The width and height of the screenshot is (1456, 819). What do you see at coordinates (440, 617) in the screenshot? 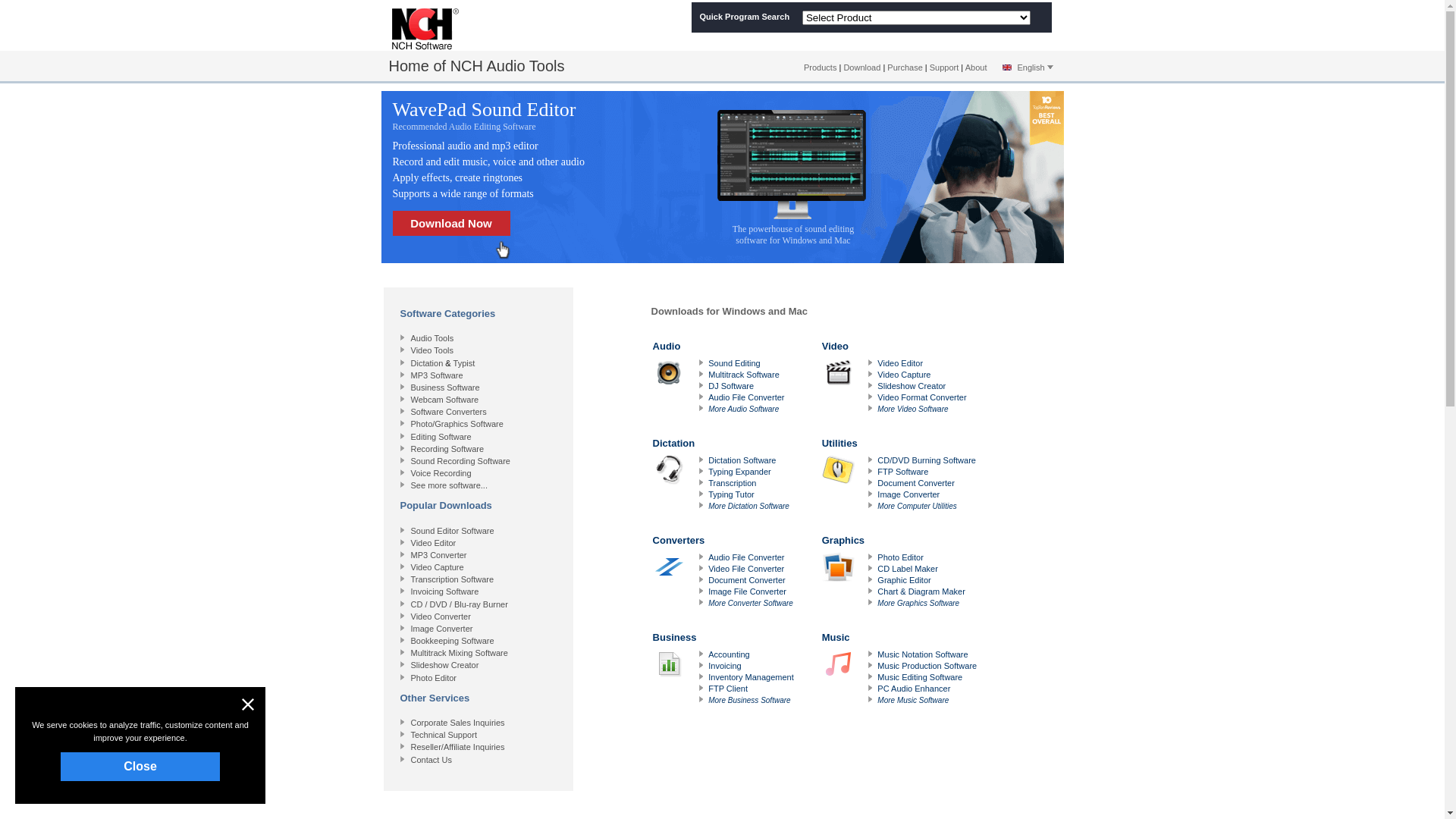
I see `'Video Converter'` at bounding box center [440, 617].